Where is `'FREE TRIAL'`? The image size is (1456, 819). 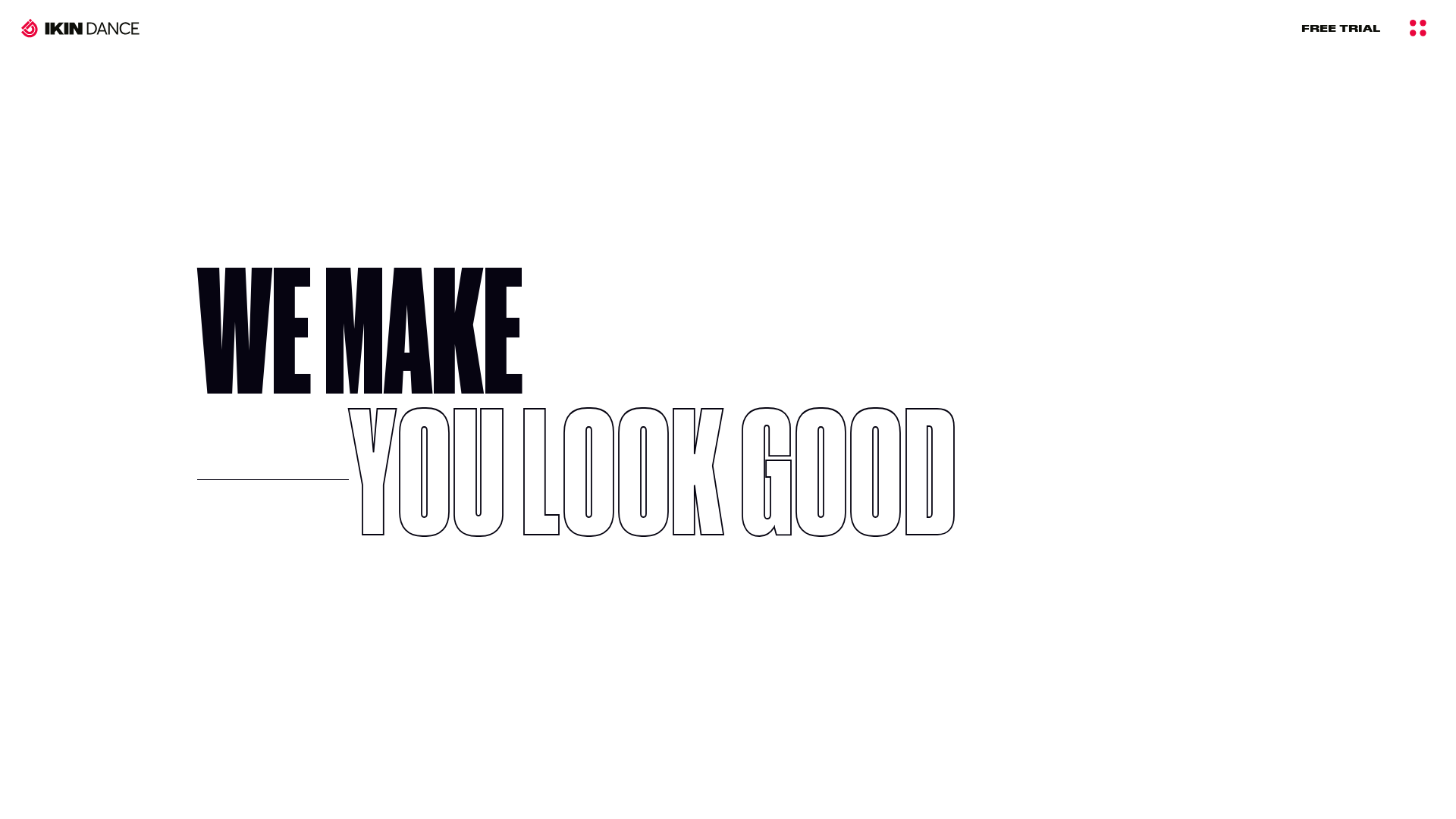
'FREE TRIAL' is located at coordinates (1340, 27).